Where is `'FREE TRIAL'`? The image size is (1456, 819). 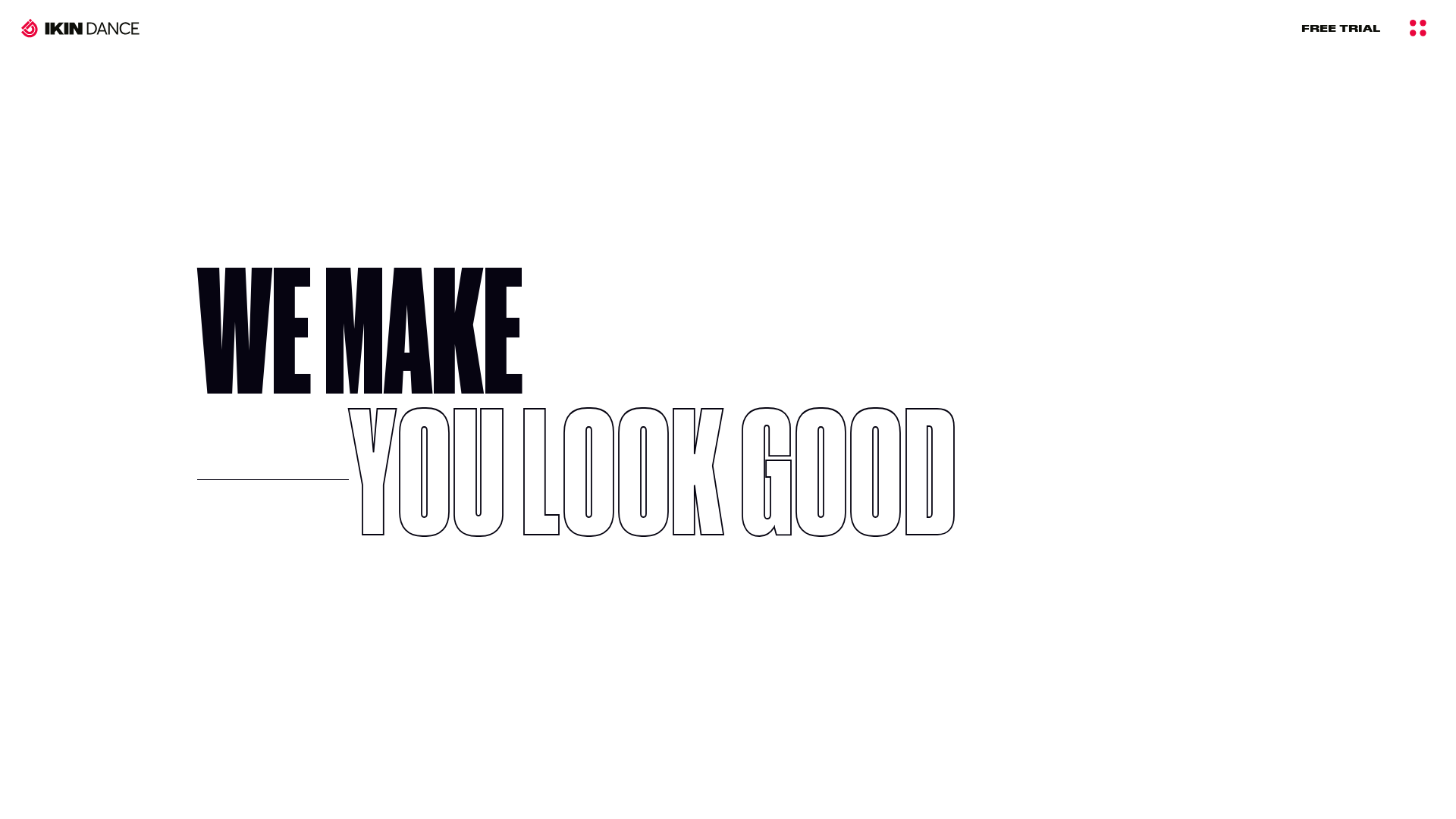
'FREE TRIAL' is located at coordinates (1340, 27).